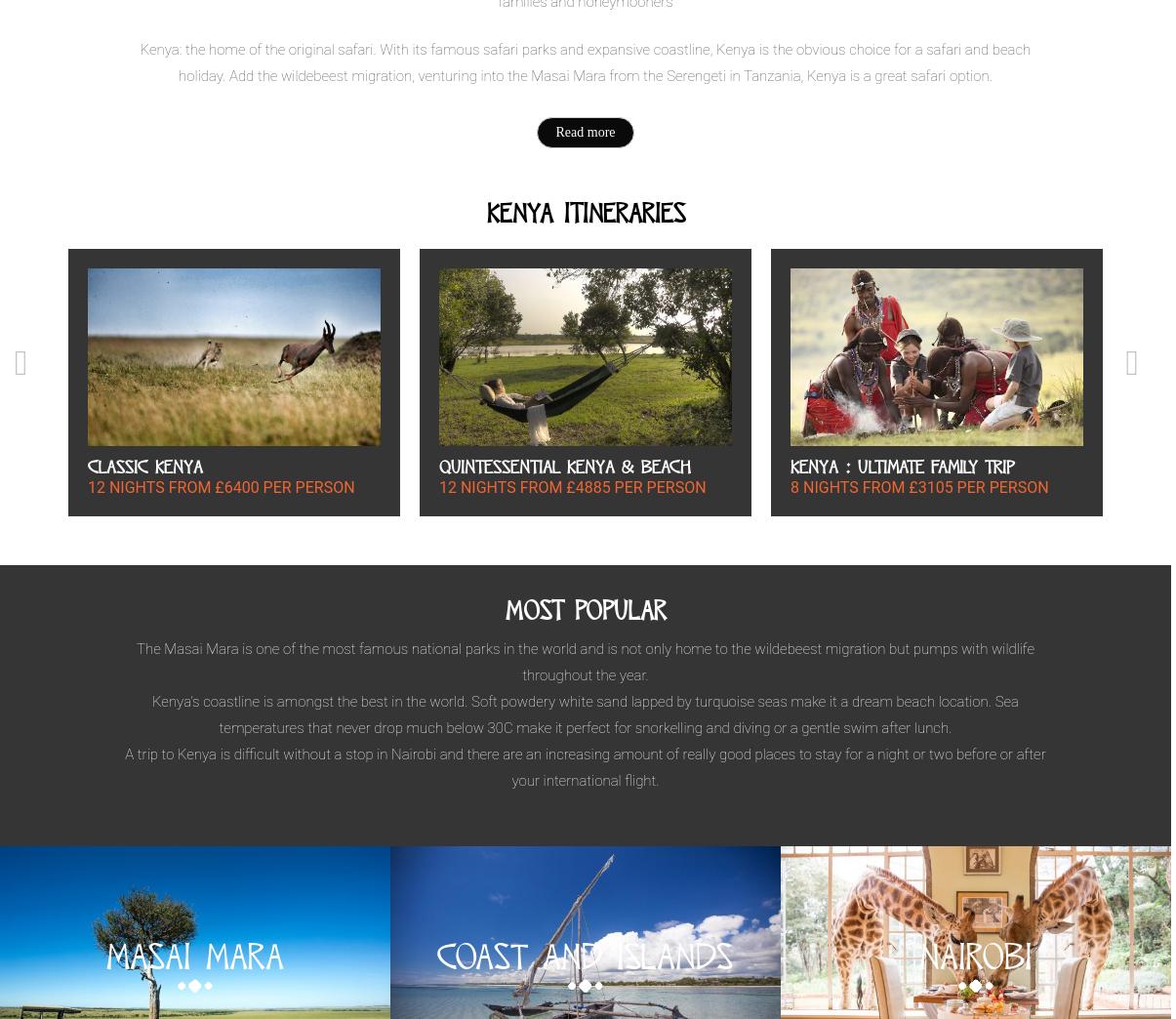 This screenshot has width=1176, height=1019. What do you see at coordinates (584, 130) in the screenshot?
I see `'Read more'` at bounding box center [584, 130].